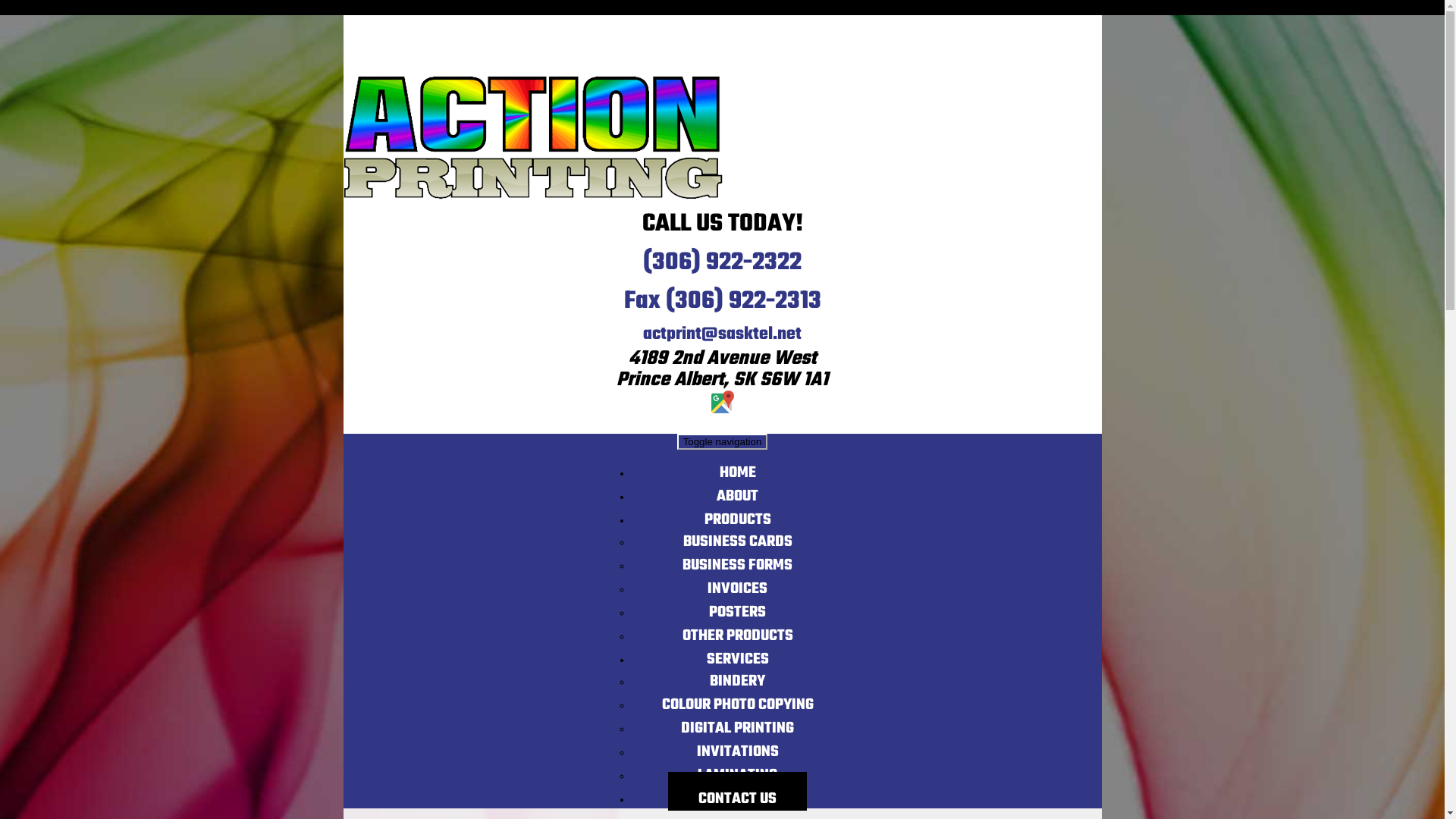 This screenshot has width=1456, height=819. Describe the element at coordinates (738, 651) in the screenshot. I see `'SERVICES'` at that location.